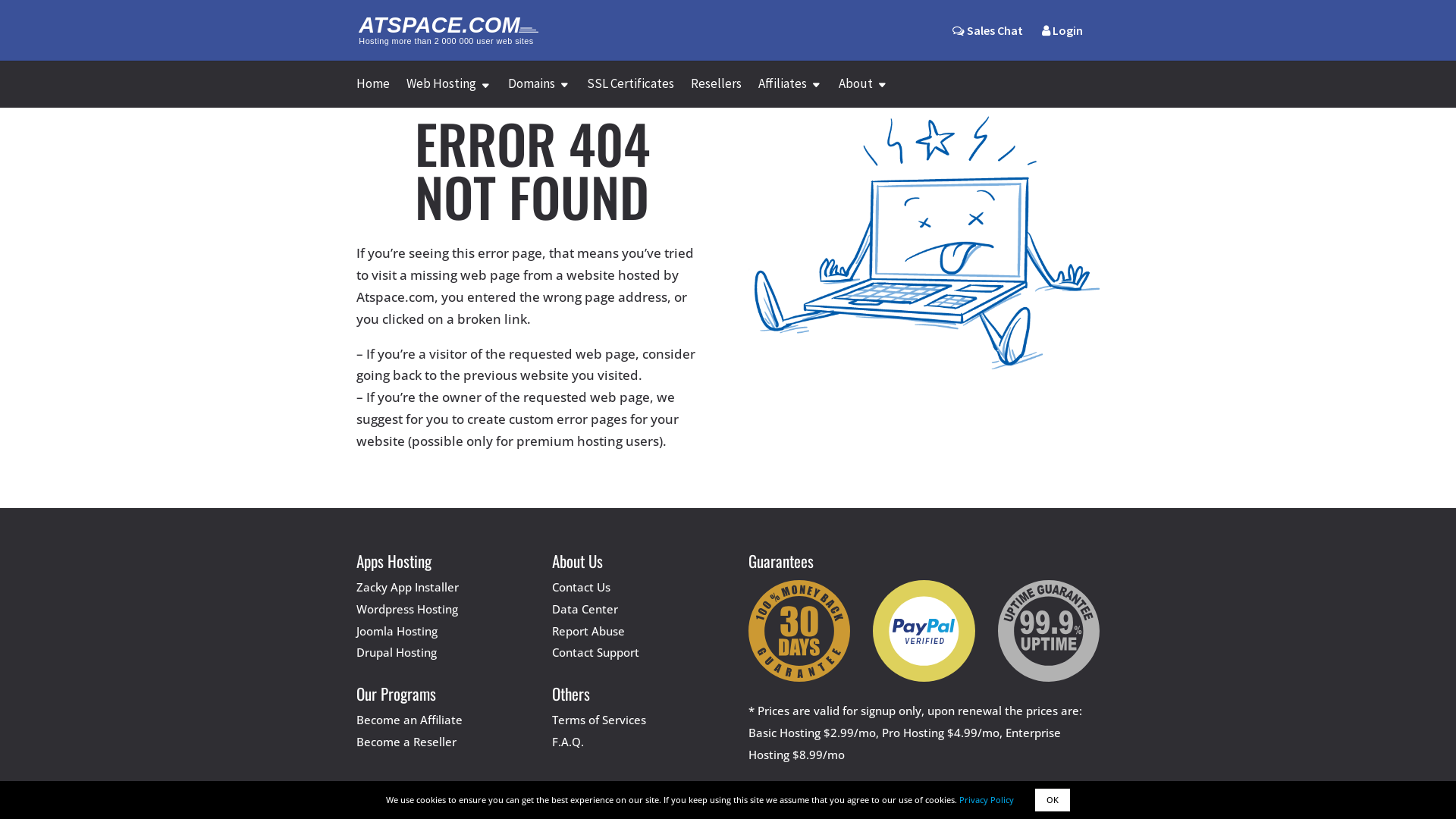 The image size is (1456, 819). Describe the element at coordinates (1051, 799) in the screenshot. I see `'OK'` at that location.